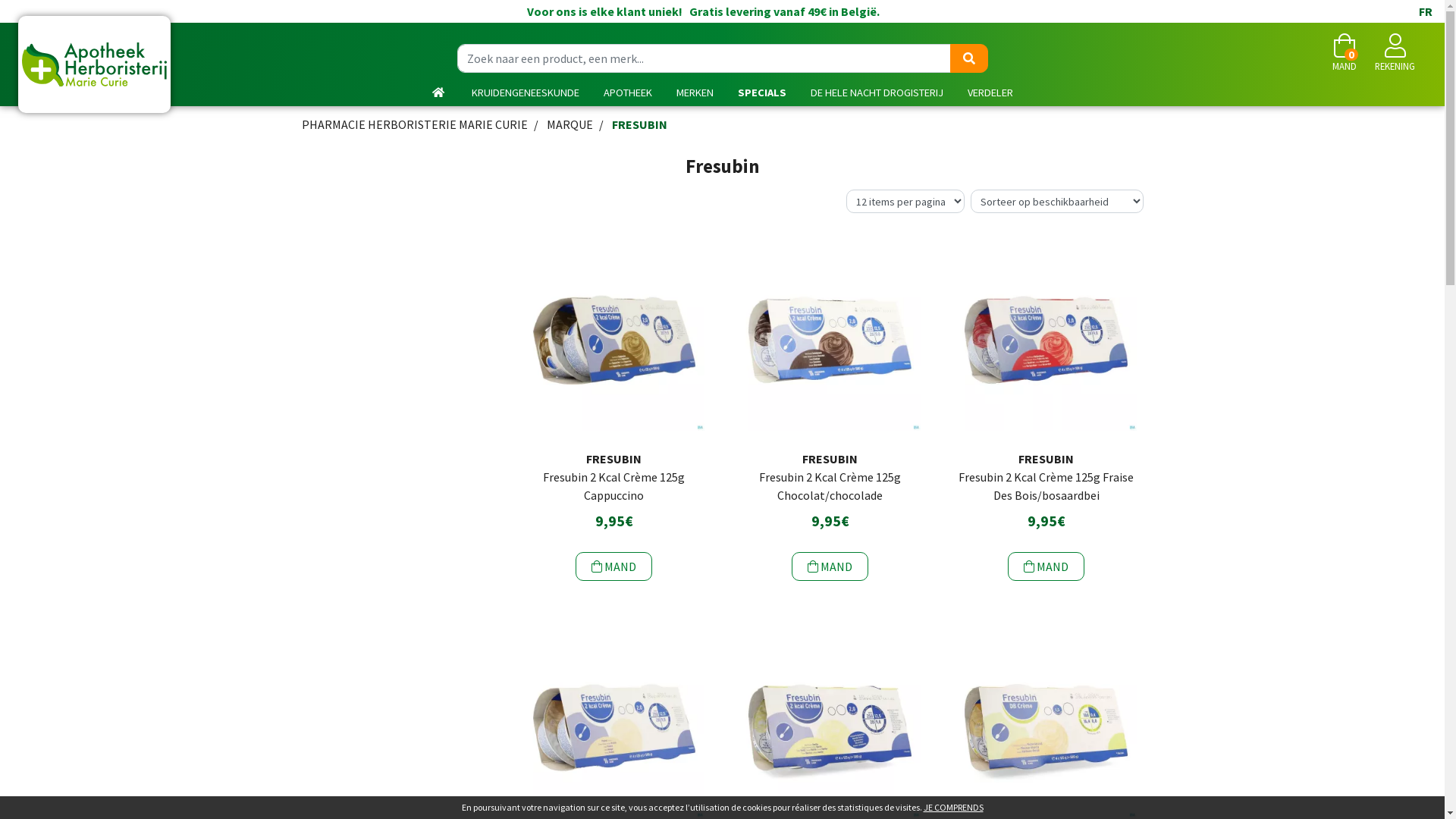 This screenshot has width=1456, height=819. I want to click on 'VERDELER', so click(990, 93).